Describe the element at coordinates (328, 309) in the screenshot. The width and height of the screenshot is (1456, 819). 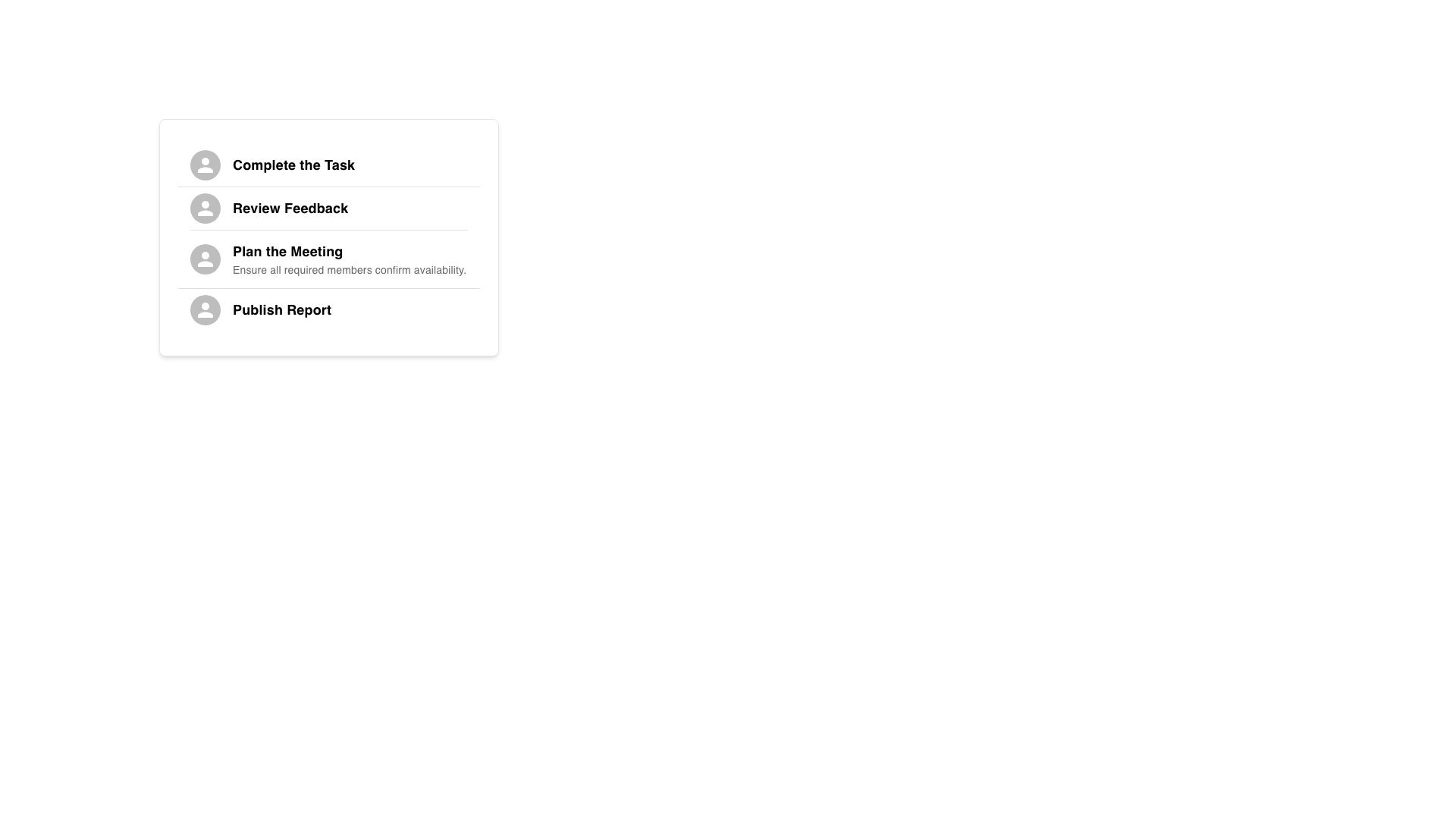
I see `the fourth list item labeled 'Publish Report'` at that location.